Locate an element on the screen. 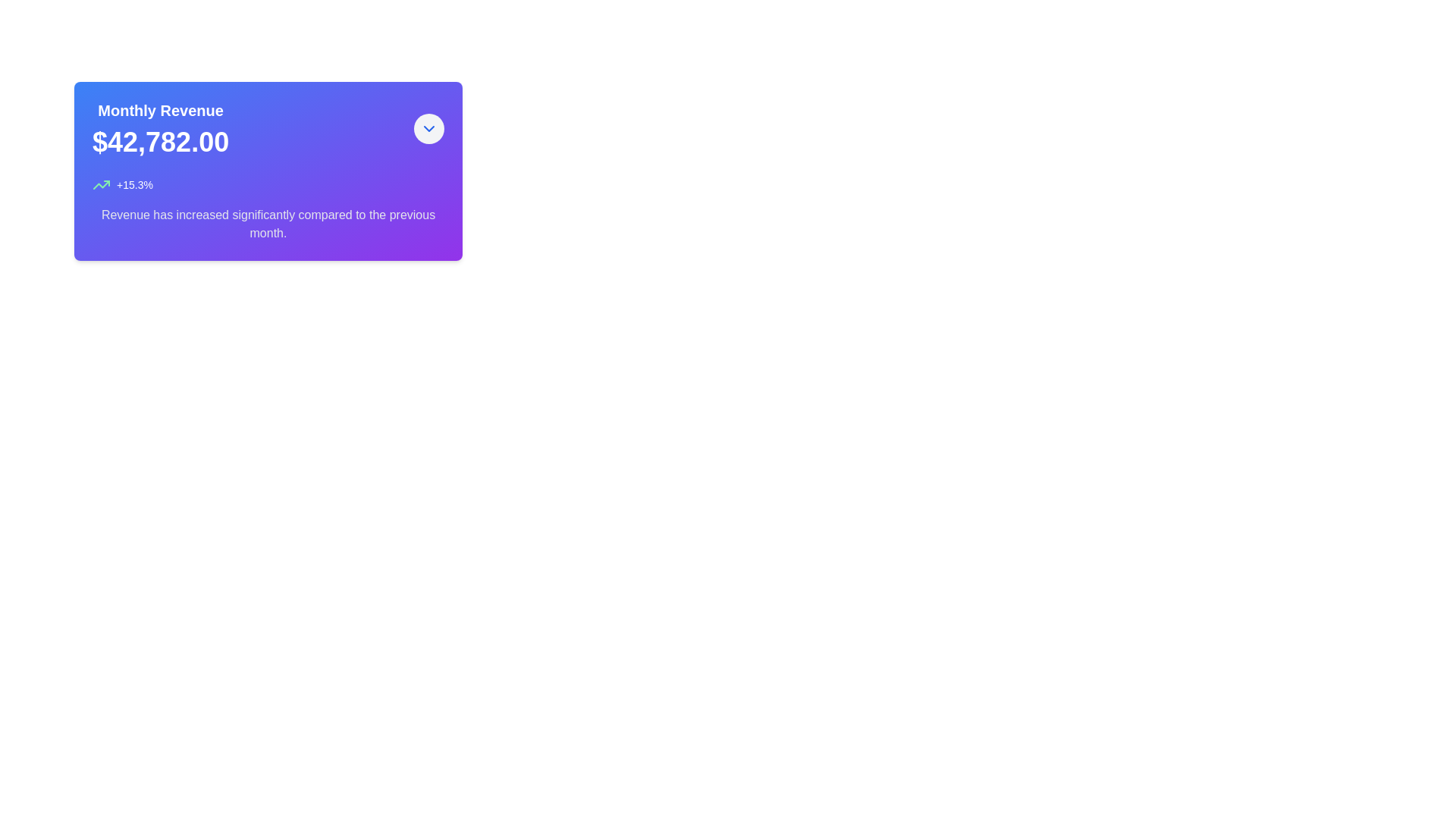 The image size is (1456, 819). the Text Display that showcases the monthly revenue figure, located centrally within the card below the 'Monthly Revenue' title is located at coordinates (161, 143).